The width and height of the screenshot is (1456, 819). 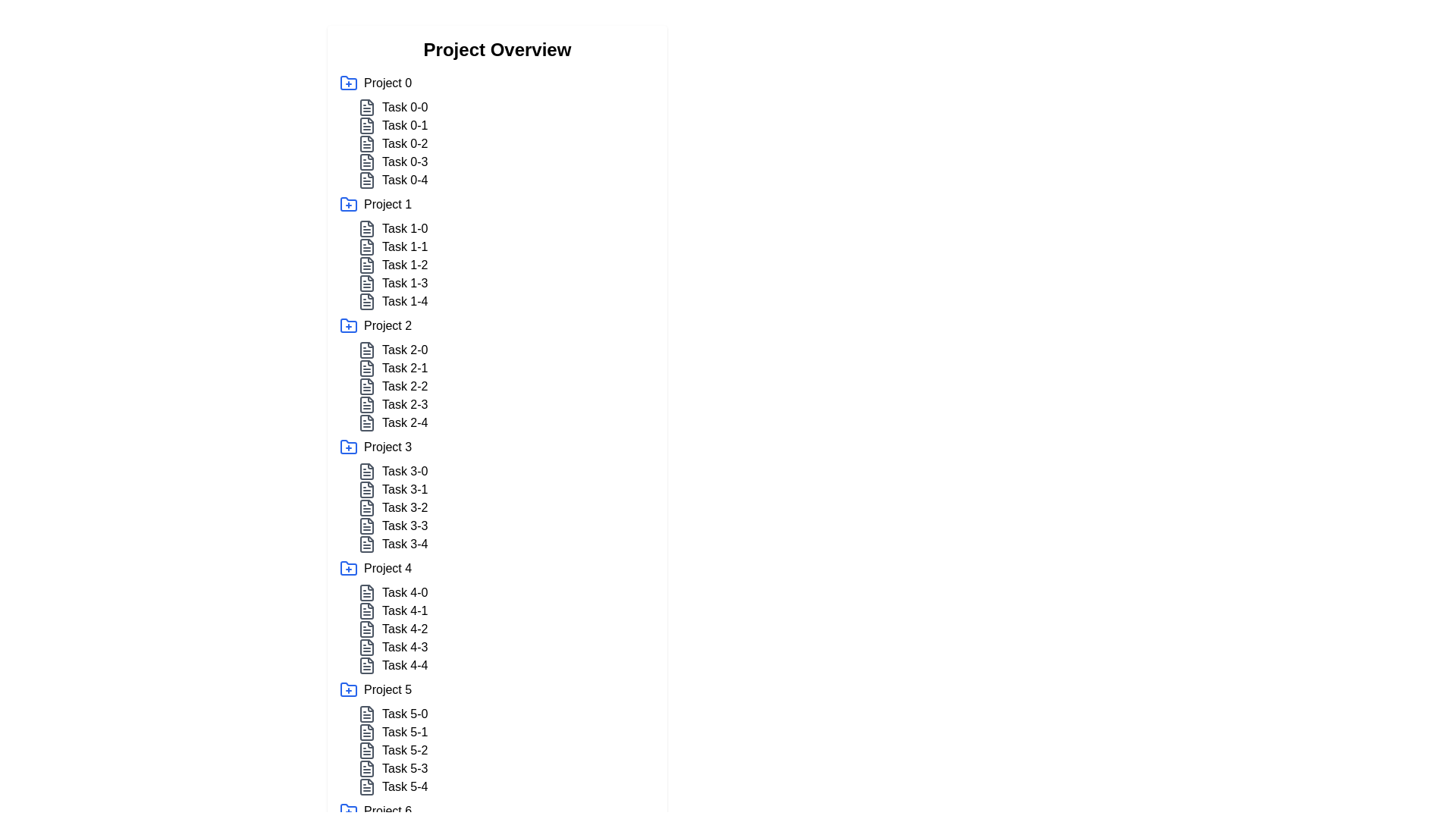 What do you see at coordinates (367, 610) in the screenshot?
I see `the document icon representing 'Task 4-1' in the 'Project 4' section of the interface` at bounding box center [367, 610].